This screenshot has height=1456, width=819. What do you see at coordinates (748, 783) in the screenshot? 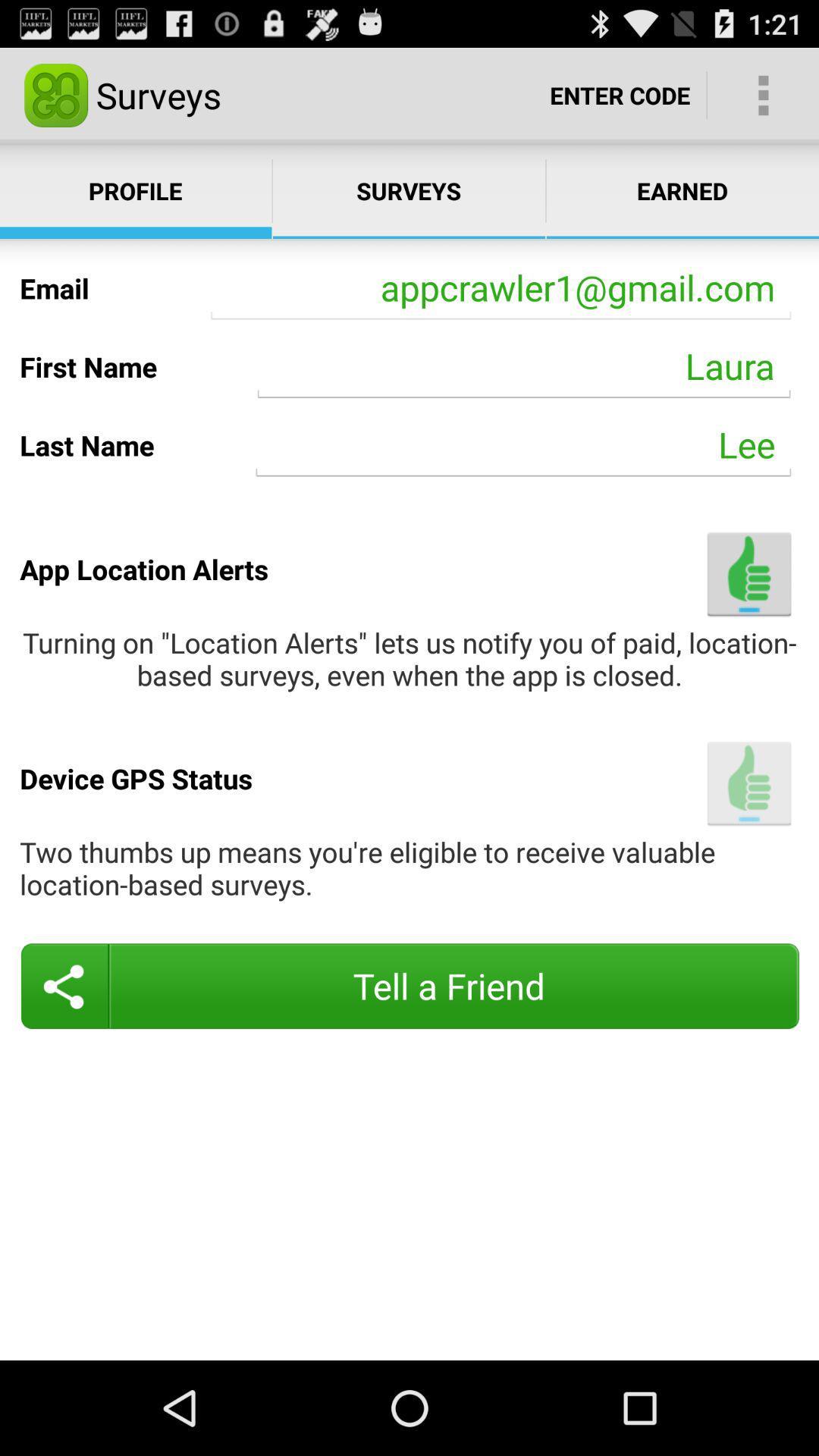
I see `the item next to the device gps status icon` at bounding box center [748, 783].